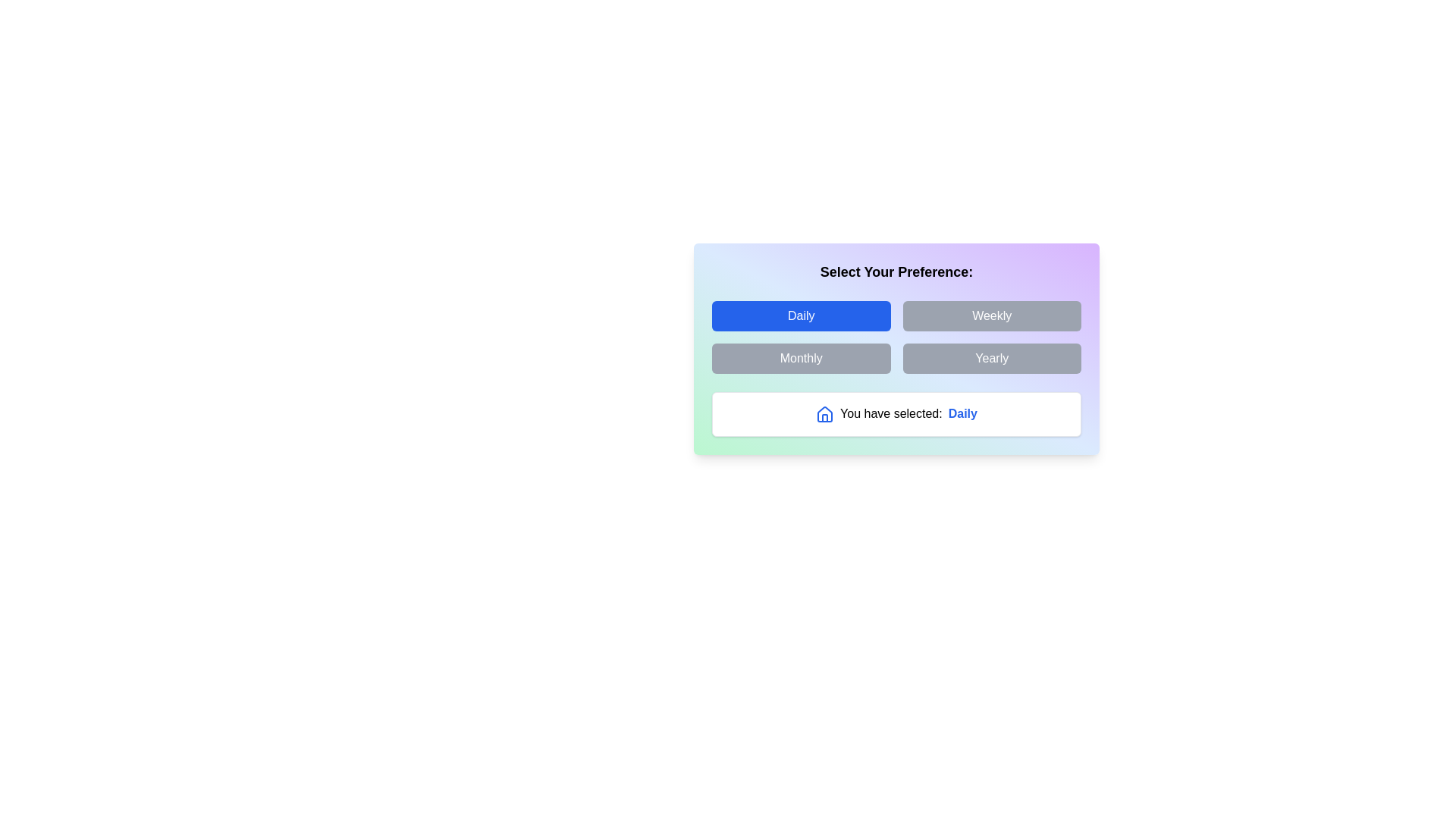  I want to click on the text indicating the selected time preference 'Daily', so click(962, 413).